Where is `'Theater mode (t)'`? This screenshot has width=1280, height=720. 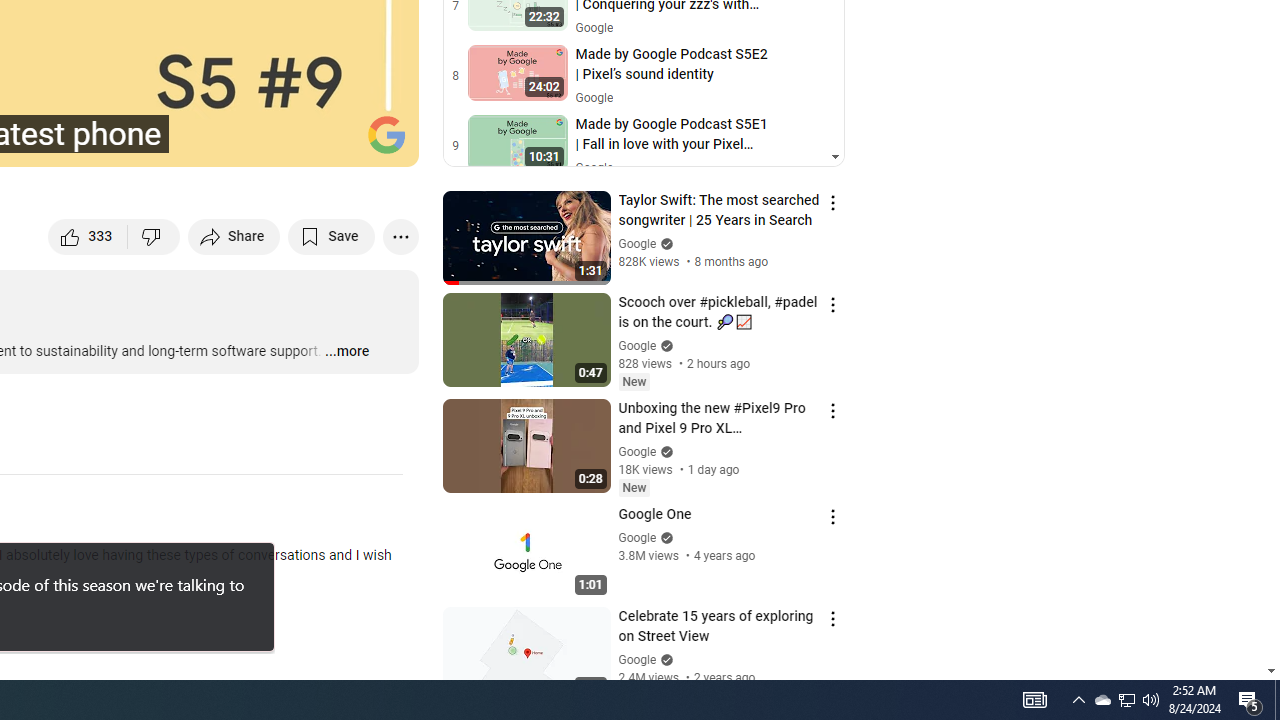
'Theater mode (t)' is located at coordinates (334, 141).